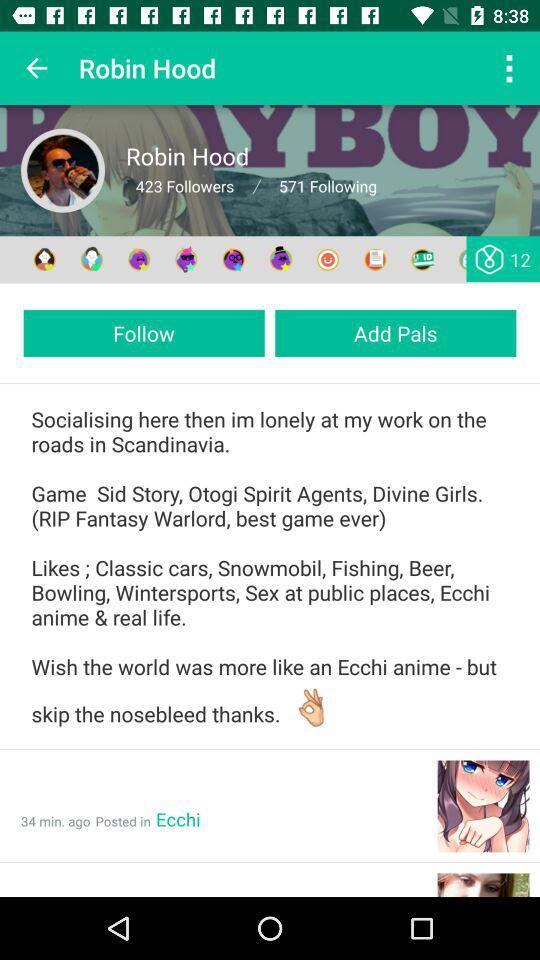  Describe the element at coordinates (395, 333) in the screenshot. I see `the item on the right` at that location.